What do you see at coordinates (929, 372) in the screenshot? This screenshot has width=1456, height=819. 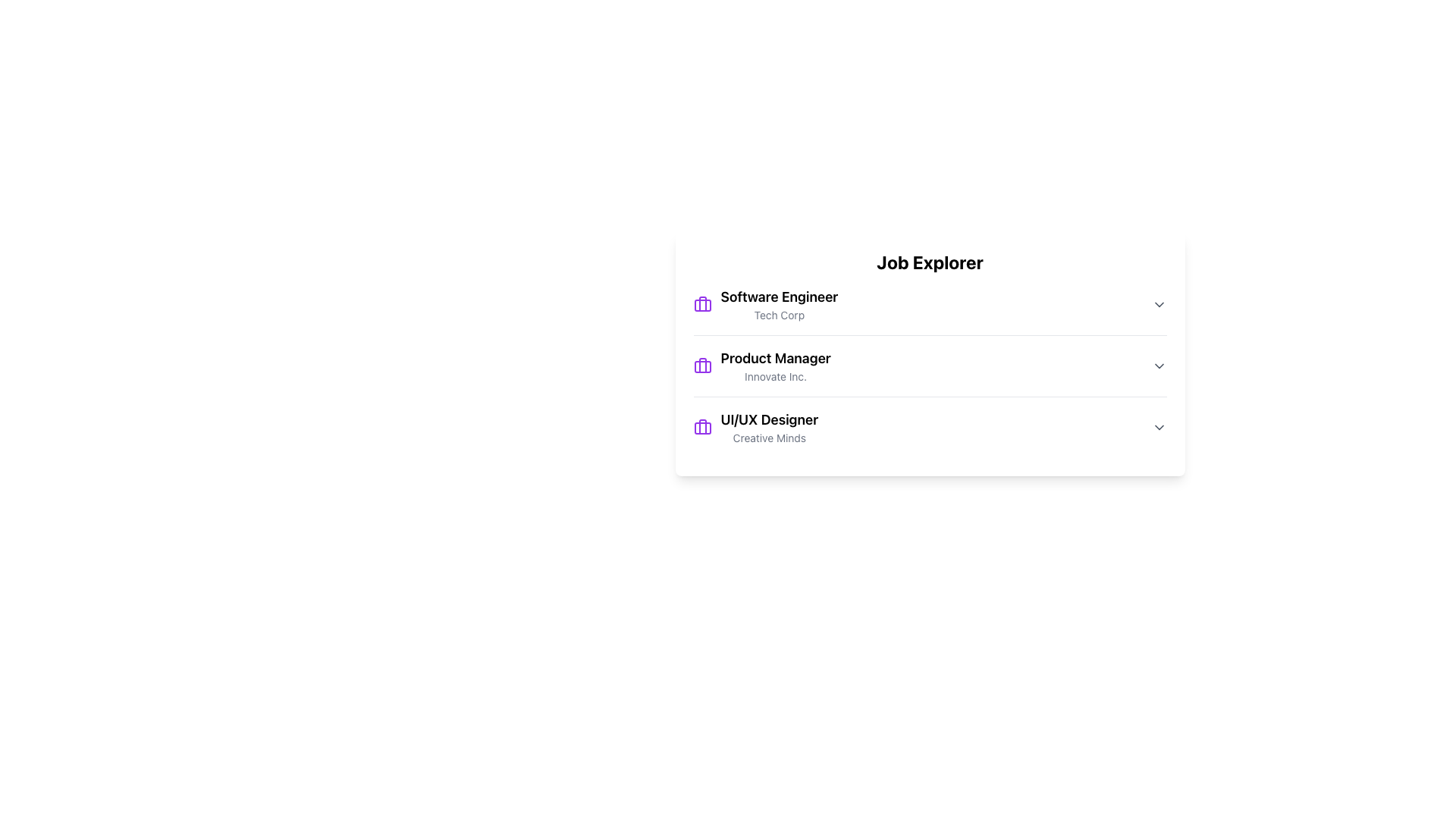 I see `the center of the job listing for the 'Product Manager' role at 'Innovate Inc.'` at bounding box center [929, 372].